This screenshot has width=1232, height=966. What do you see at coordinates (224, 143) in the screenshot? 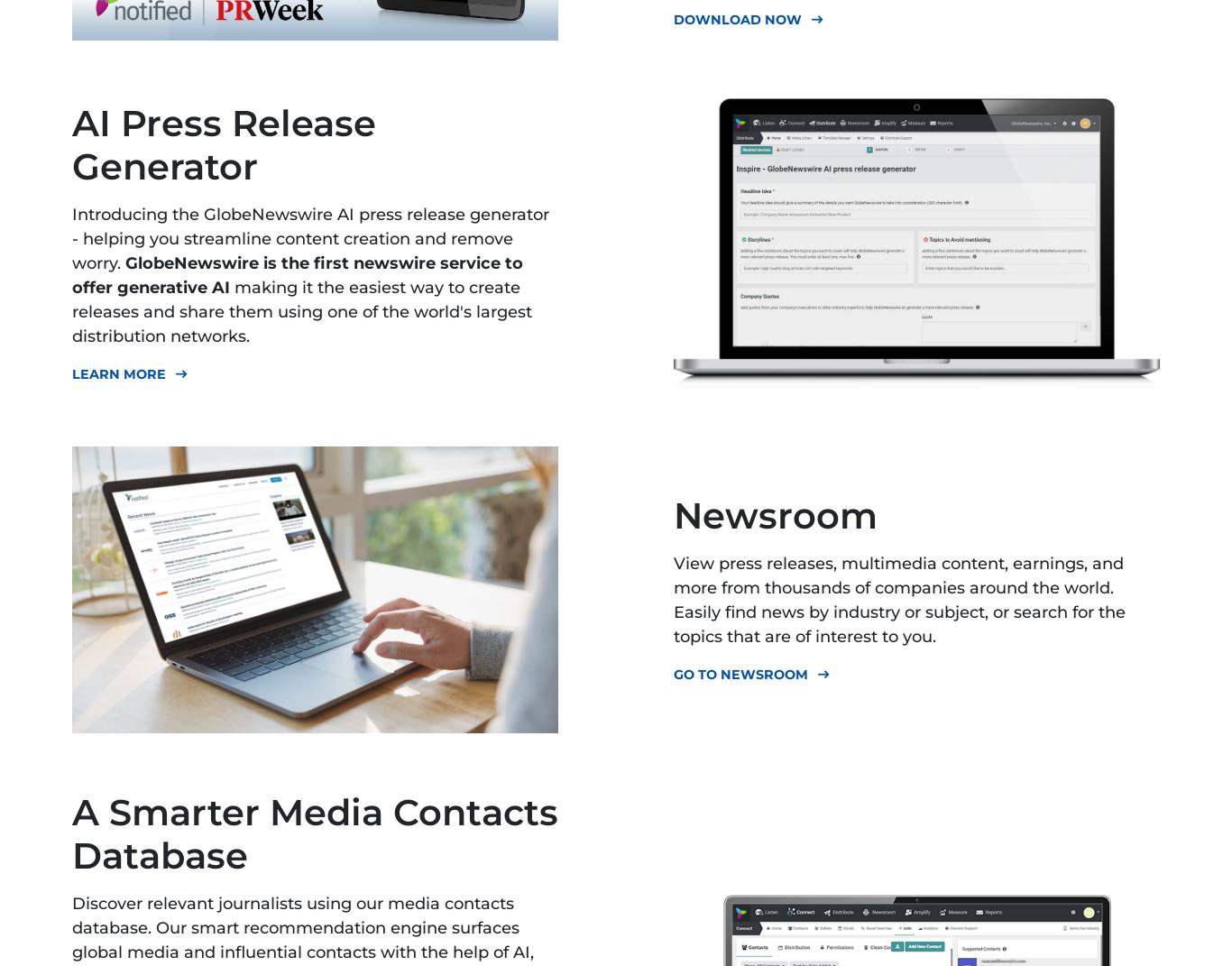
I see `'AI Press Release Generator'` at bounding box center [224, 143].